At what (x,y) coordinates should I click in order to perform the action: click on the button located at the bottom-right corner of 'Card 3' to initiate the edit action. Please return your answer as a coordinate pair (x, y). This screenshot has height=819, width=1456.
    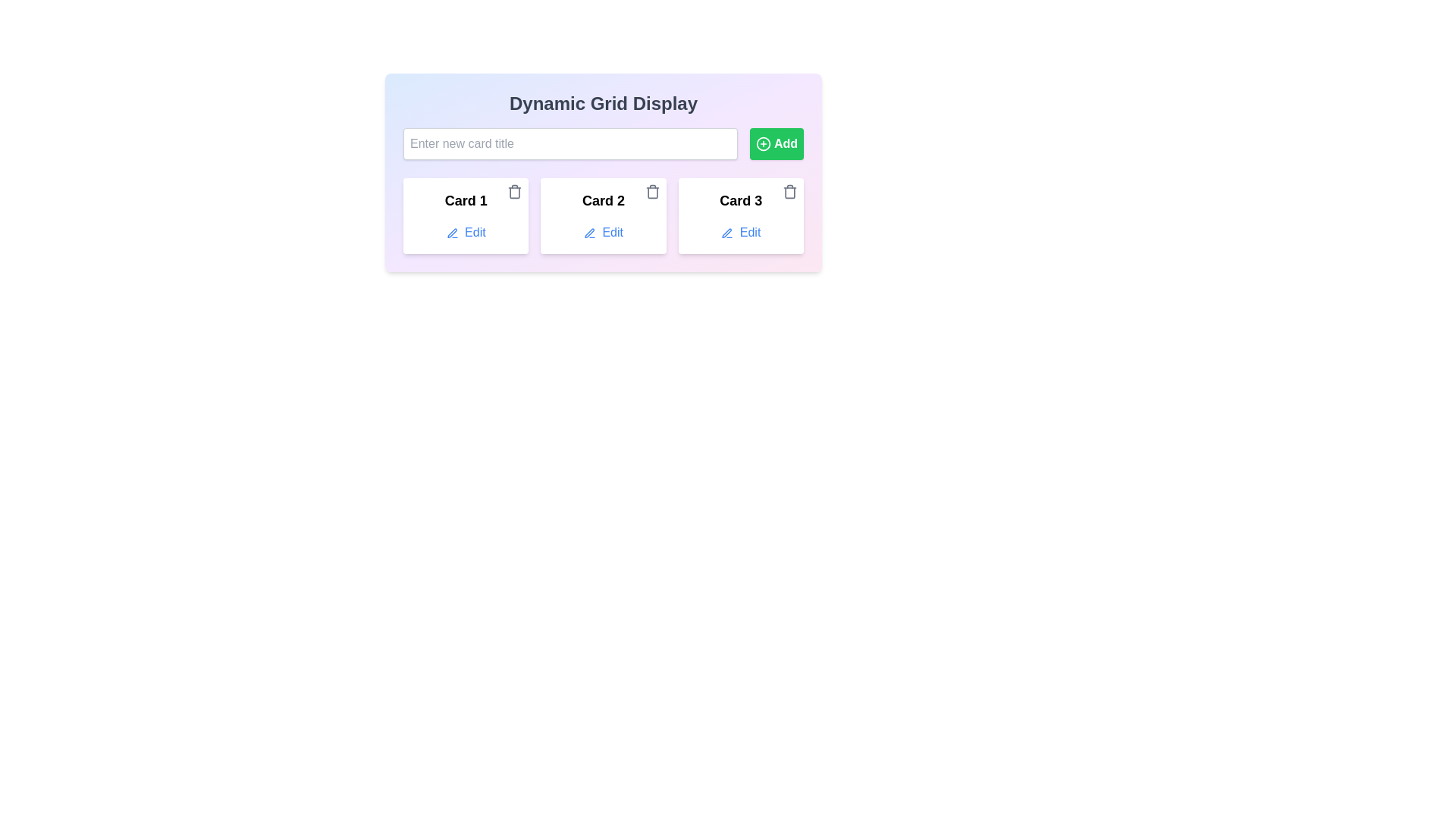
    Looking at the image, I should click on (741, 233).